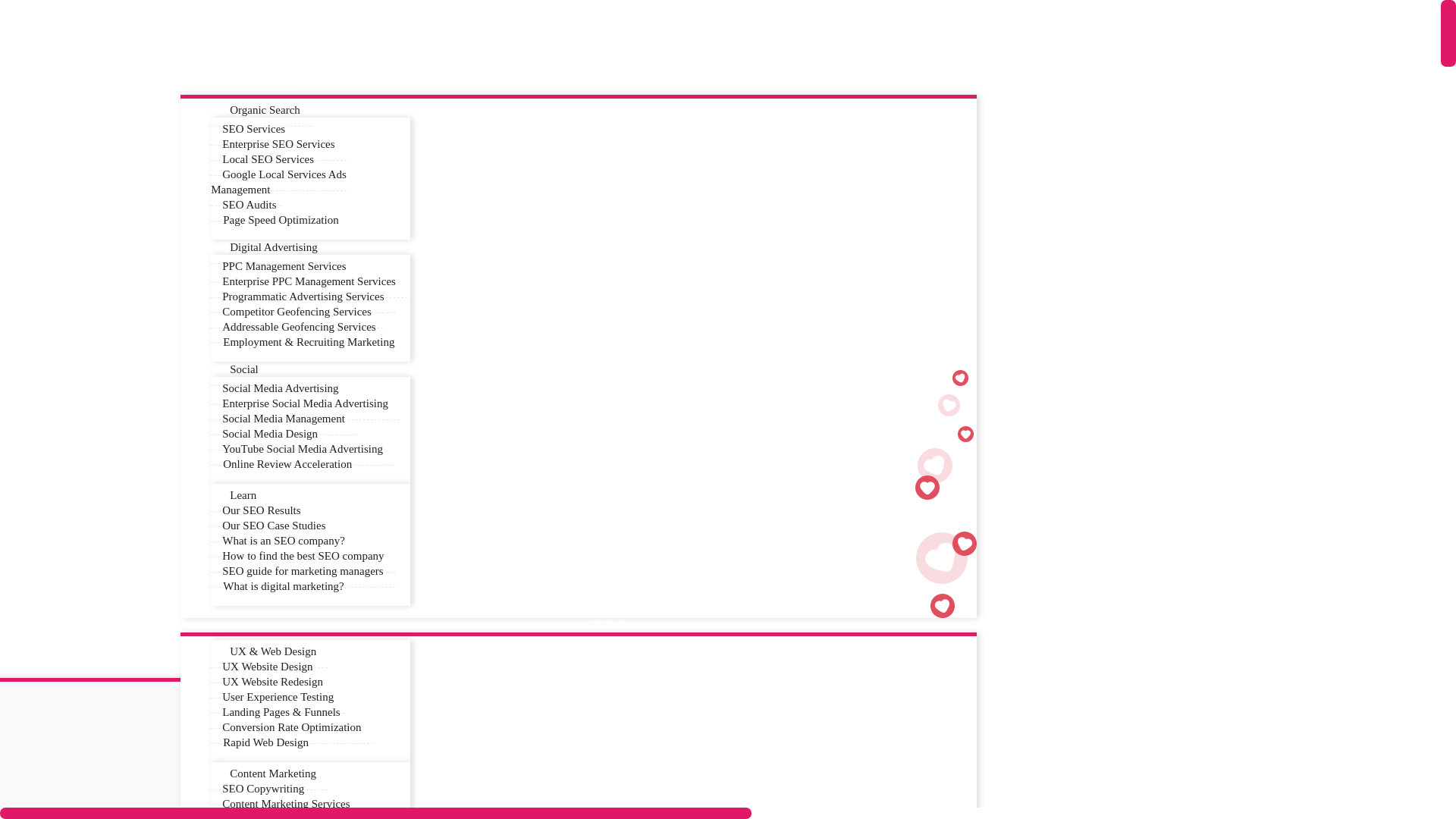  Describe the element at coordinates (308, 342) in the screenshot. I see `'Employment & Recruiting Marketing'` at that location.